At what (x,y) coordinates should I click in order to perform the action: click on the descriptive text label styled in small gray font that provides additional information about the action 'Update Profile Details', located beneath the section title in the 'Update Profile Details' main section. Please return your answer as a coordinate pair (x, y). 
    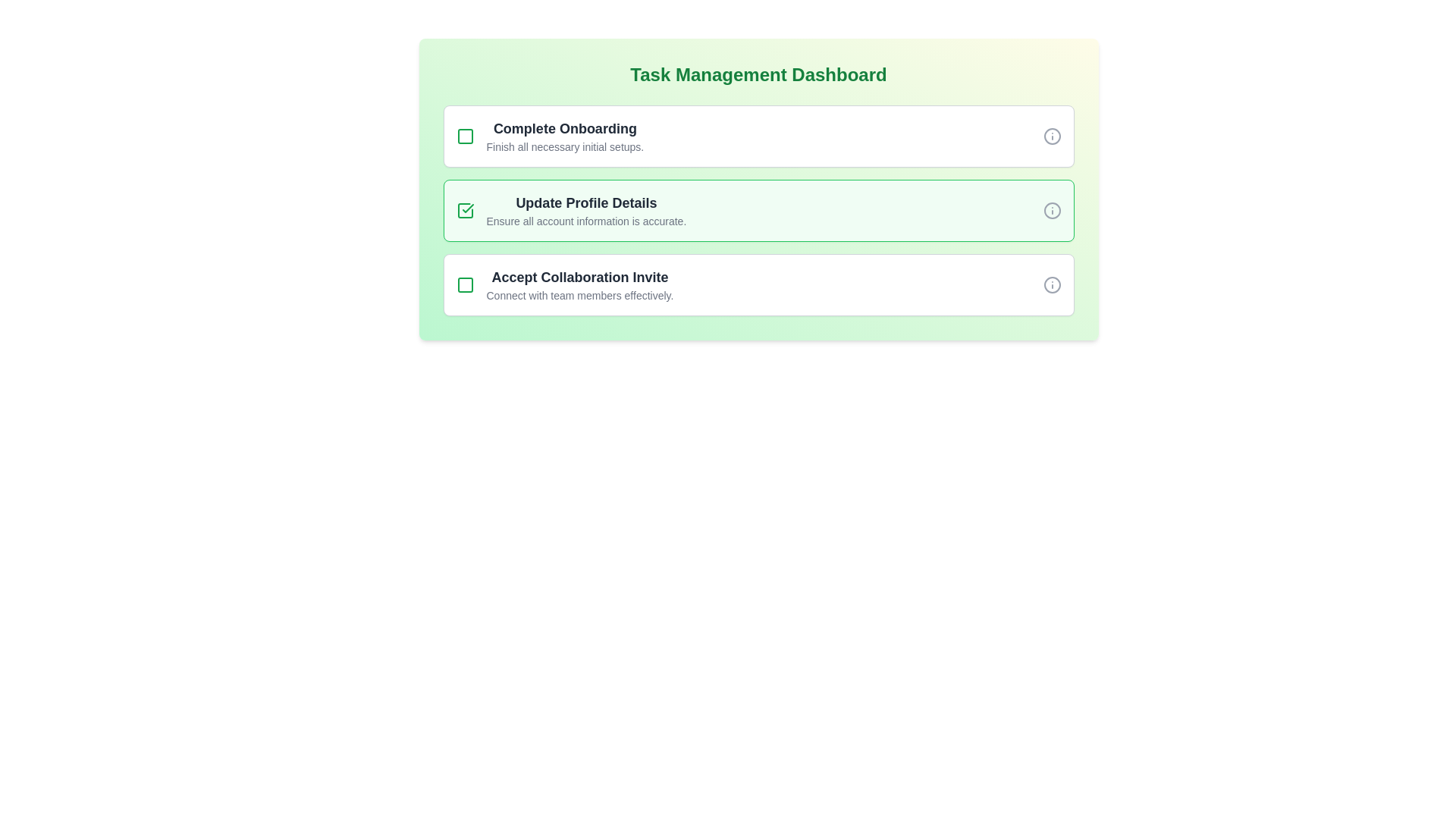
    Looking at the image, I should click on (585, 221).